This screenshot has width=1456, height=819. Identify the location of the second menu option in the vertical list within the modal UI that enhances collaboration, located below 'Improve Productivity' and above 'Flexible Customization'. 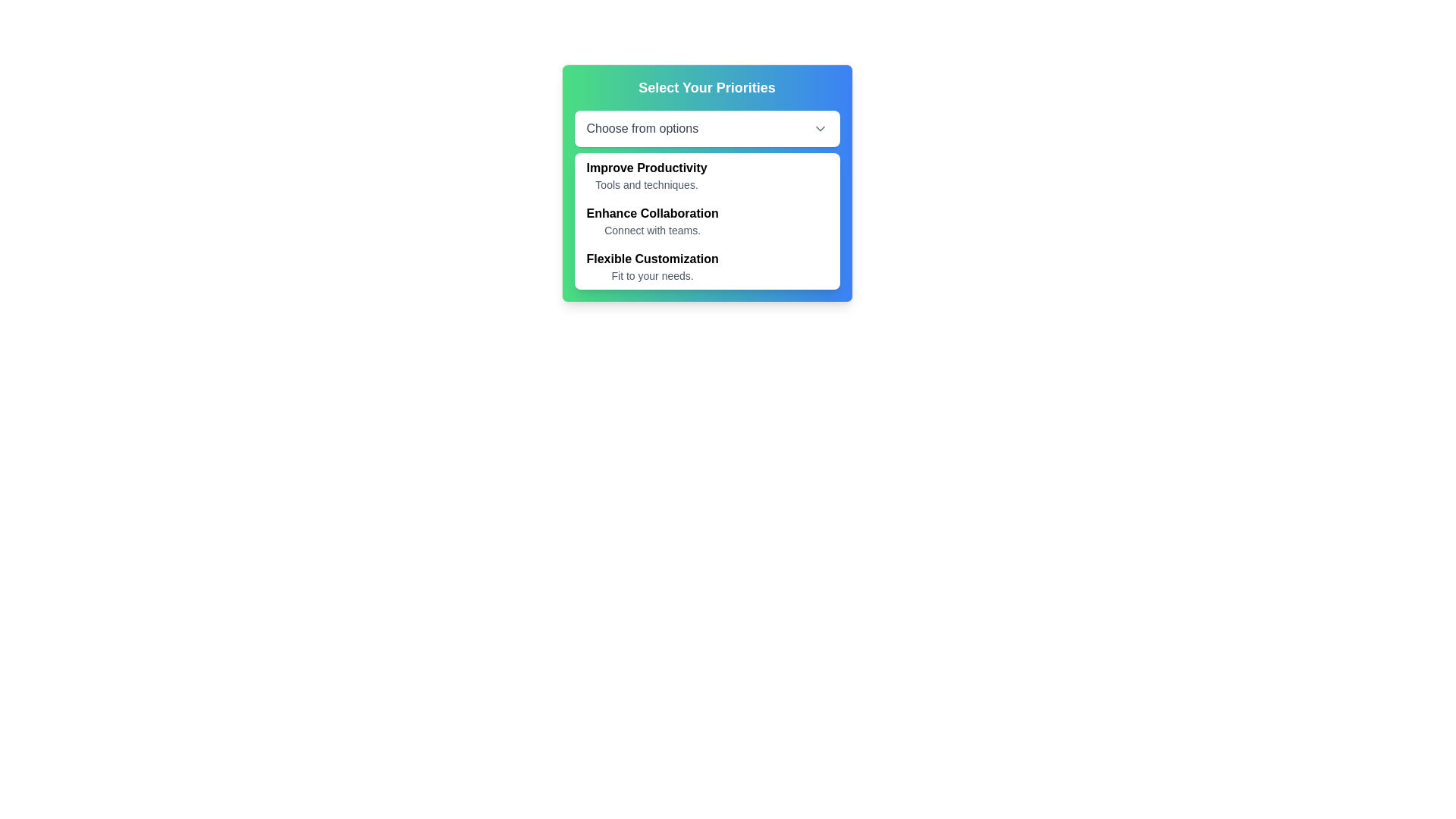
(706, 221).